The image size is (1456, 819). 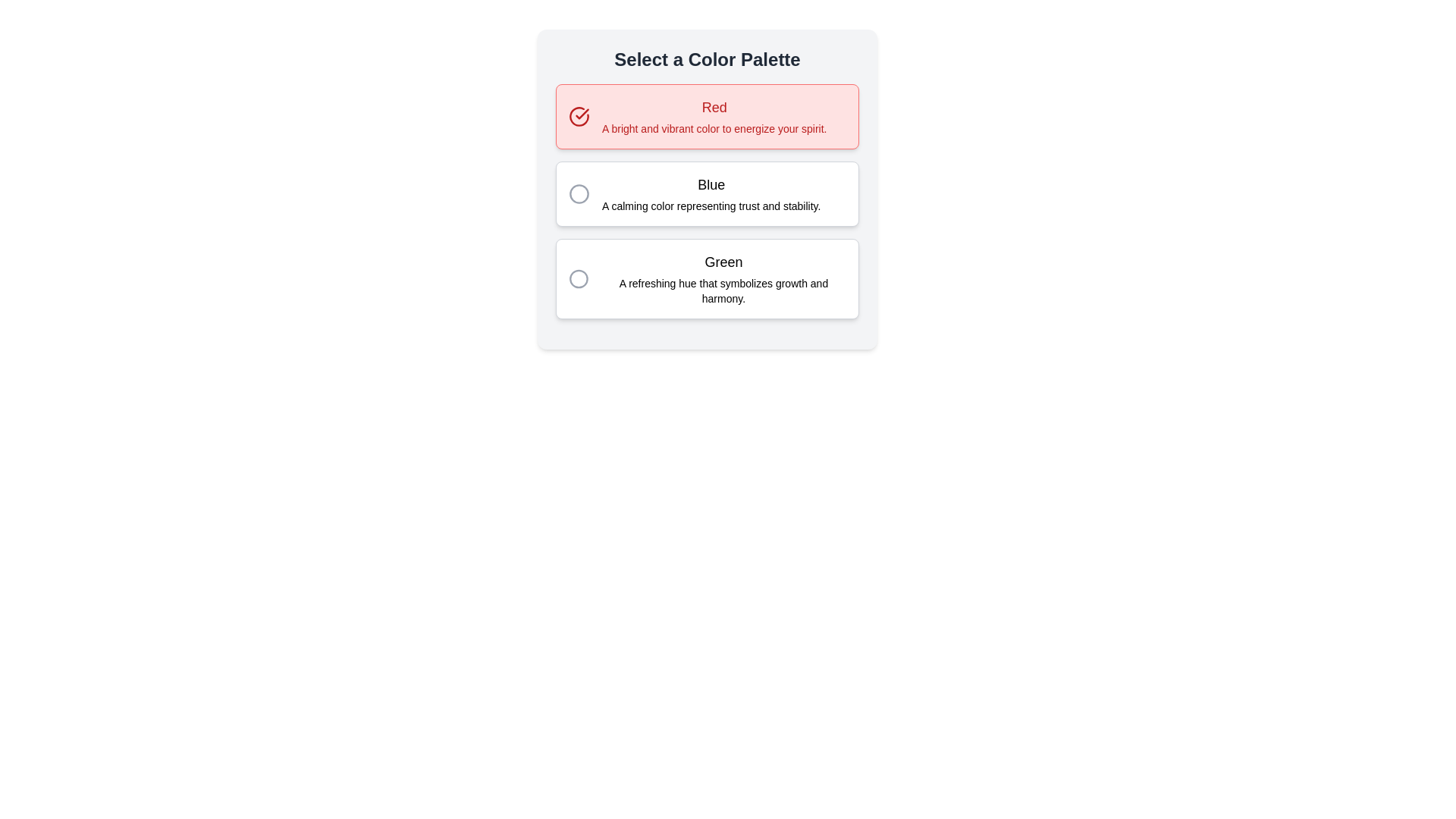 I want to click on the 'Red' color option text label, which is the first selectable element in the color palette list, so click(x=714, y=116).